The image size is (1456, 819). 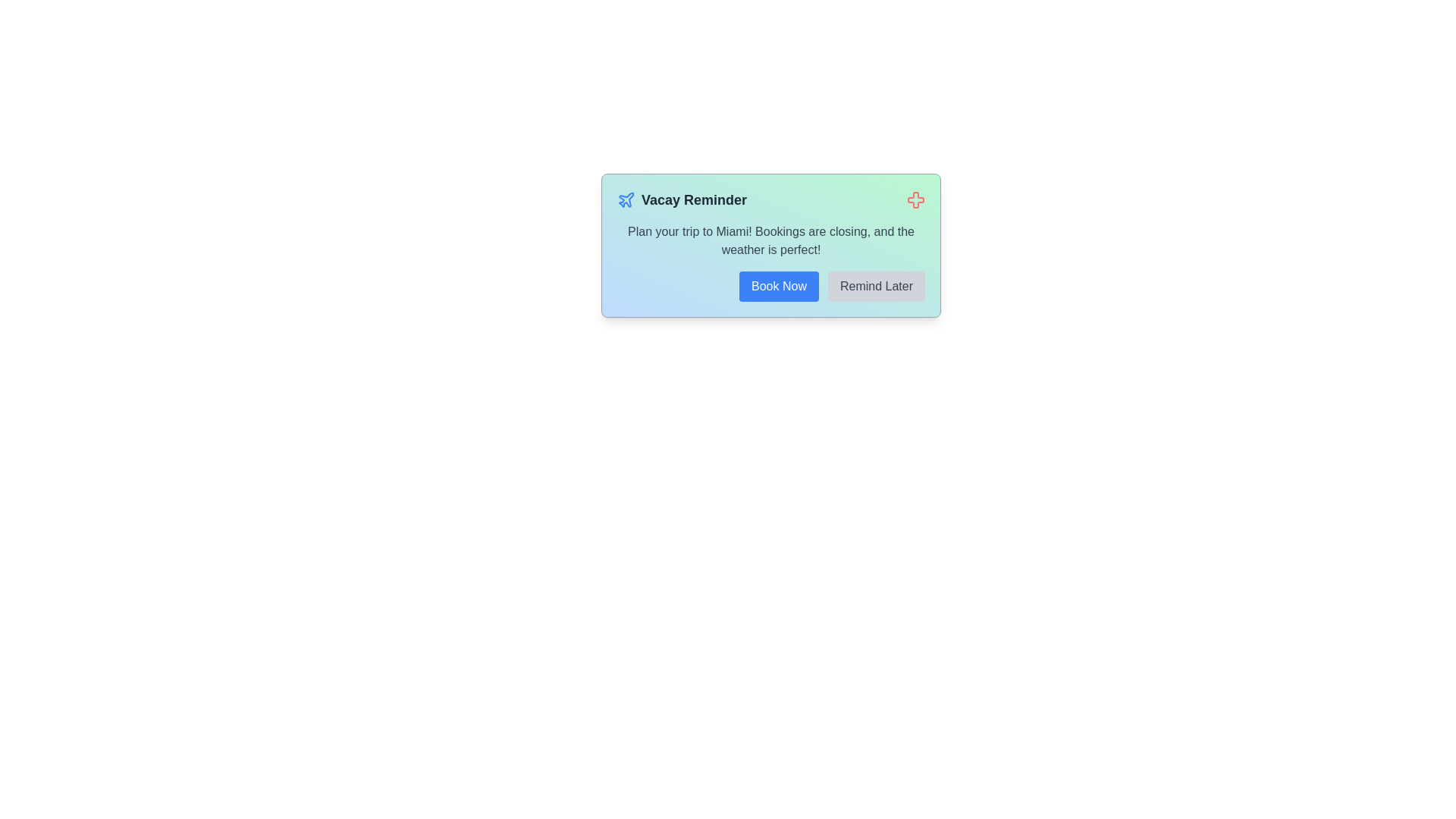 What do you see at coordinates (915, 199) in the screenshot?
I see `the close button located at the upper-right corner of the 'Vacay Reminder' card to observe any potential hover effects` at bounding box center [915, 199].